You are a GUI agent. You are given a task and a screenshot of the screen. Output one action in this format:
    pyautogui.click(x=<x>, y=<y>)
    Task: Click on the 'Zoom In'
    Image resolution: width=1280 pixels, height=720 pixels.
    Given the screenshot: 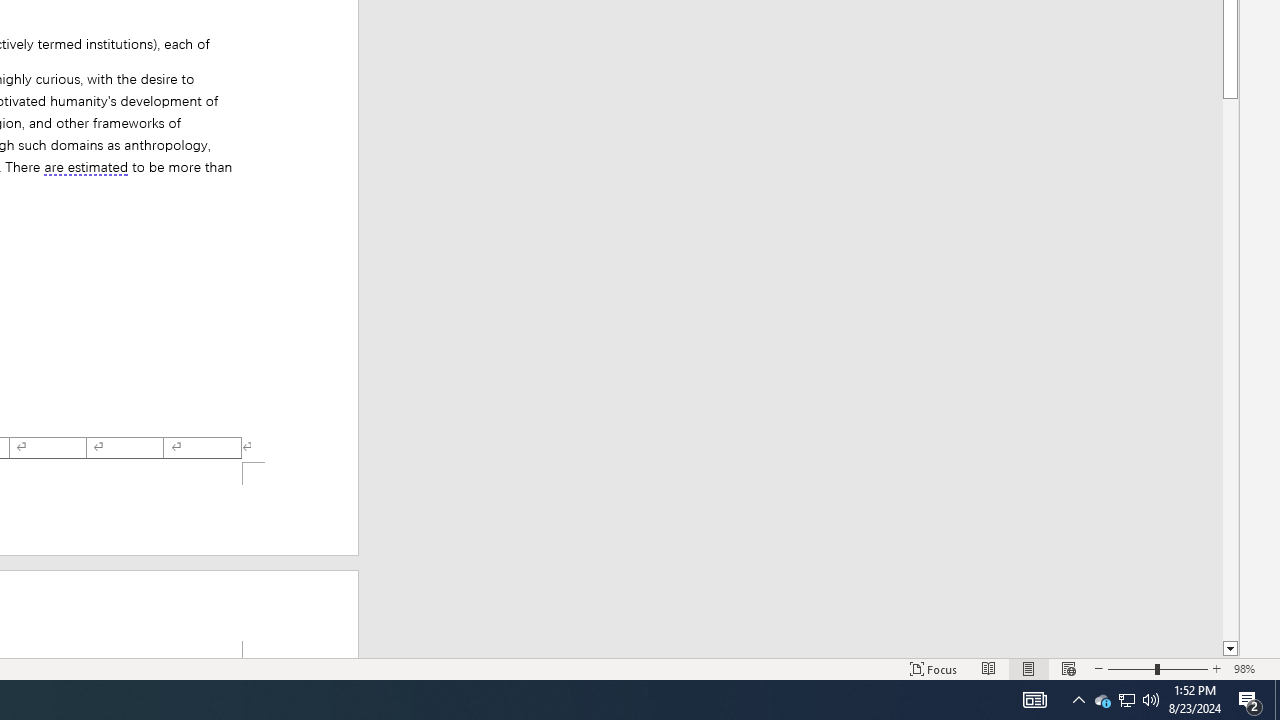 What is the action you would take?
    pyautogui.click(x=1216, y=669)
    